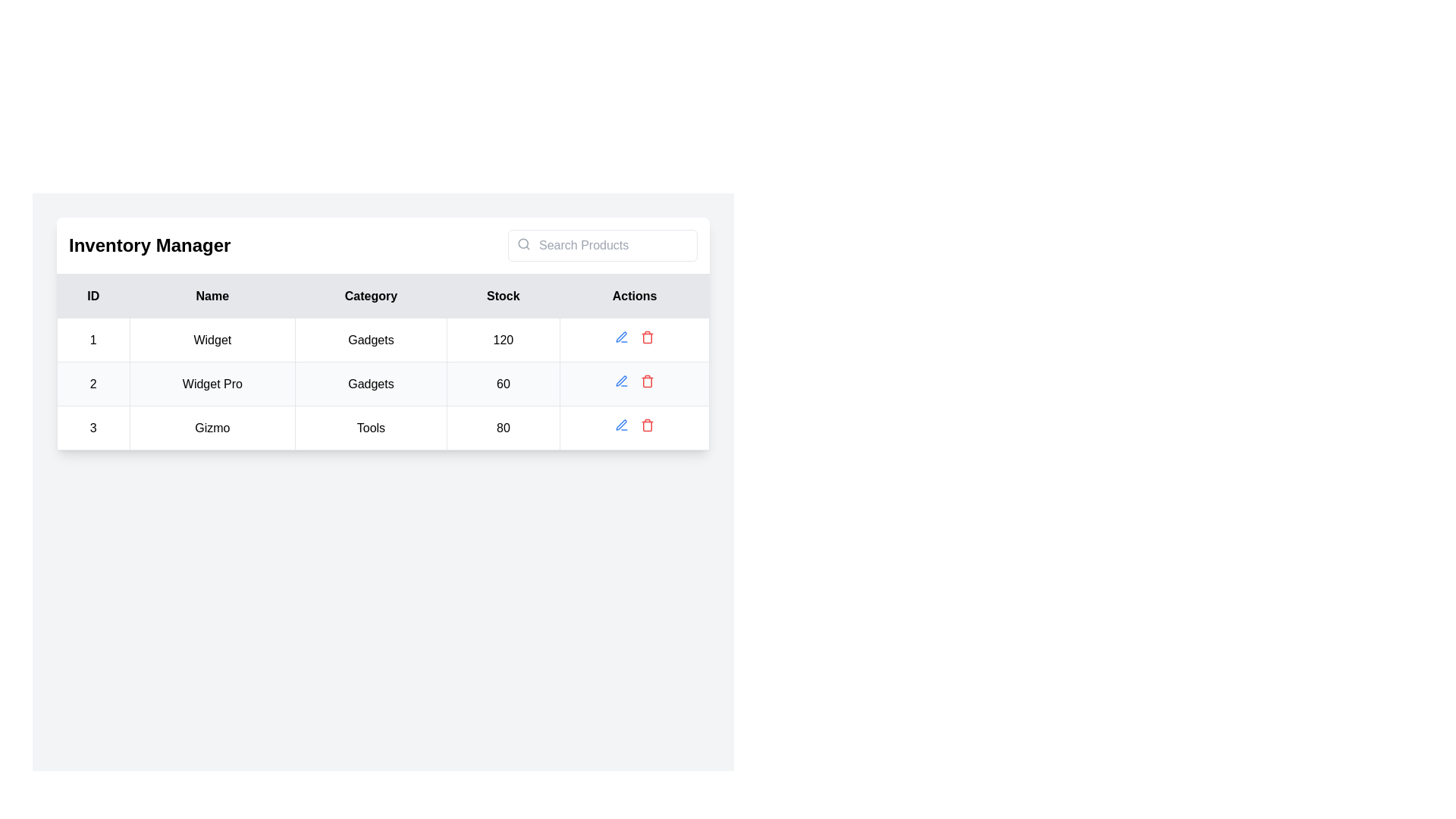 This screenshot has height=819, width=1456. Describe the element at coordinates (93, 428) in the screenshot. I see `the text element` at that location.